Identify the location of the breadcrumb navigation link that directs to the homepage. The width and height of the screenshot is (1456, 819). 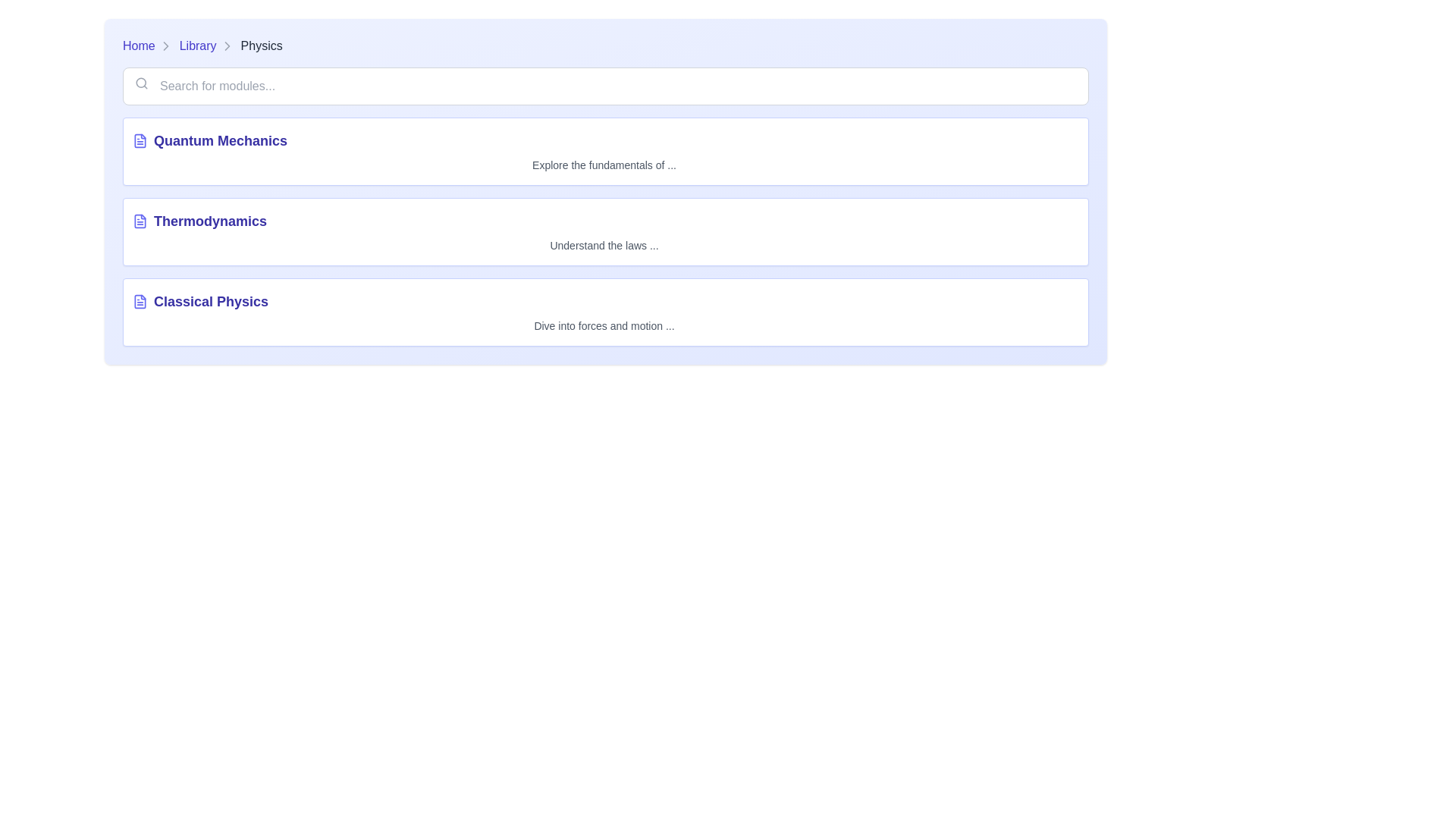
(139, 45).